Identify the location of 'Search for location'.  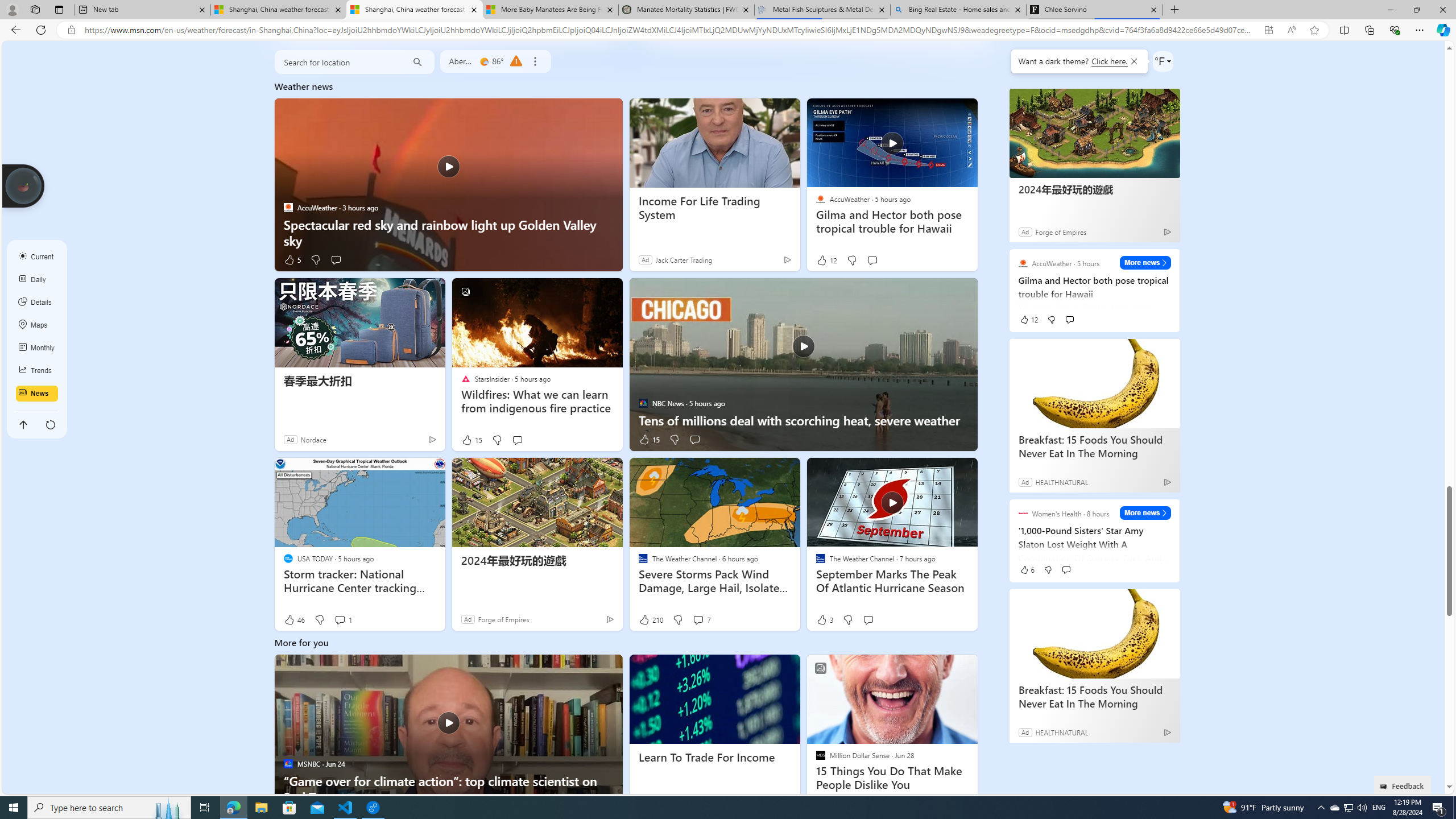
(337, 61).